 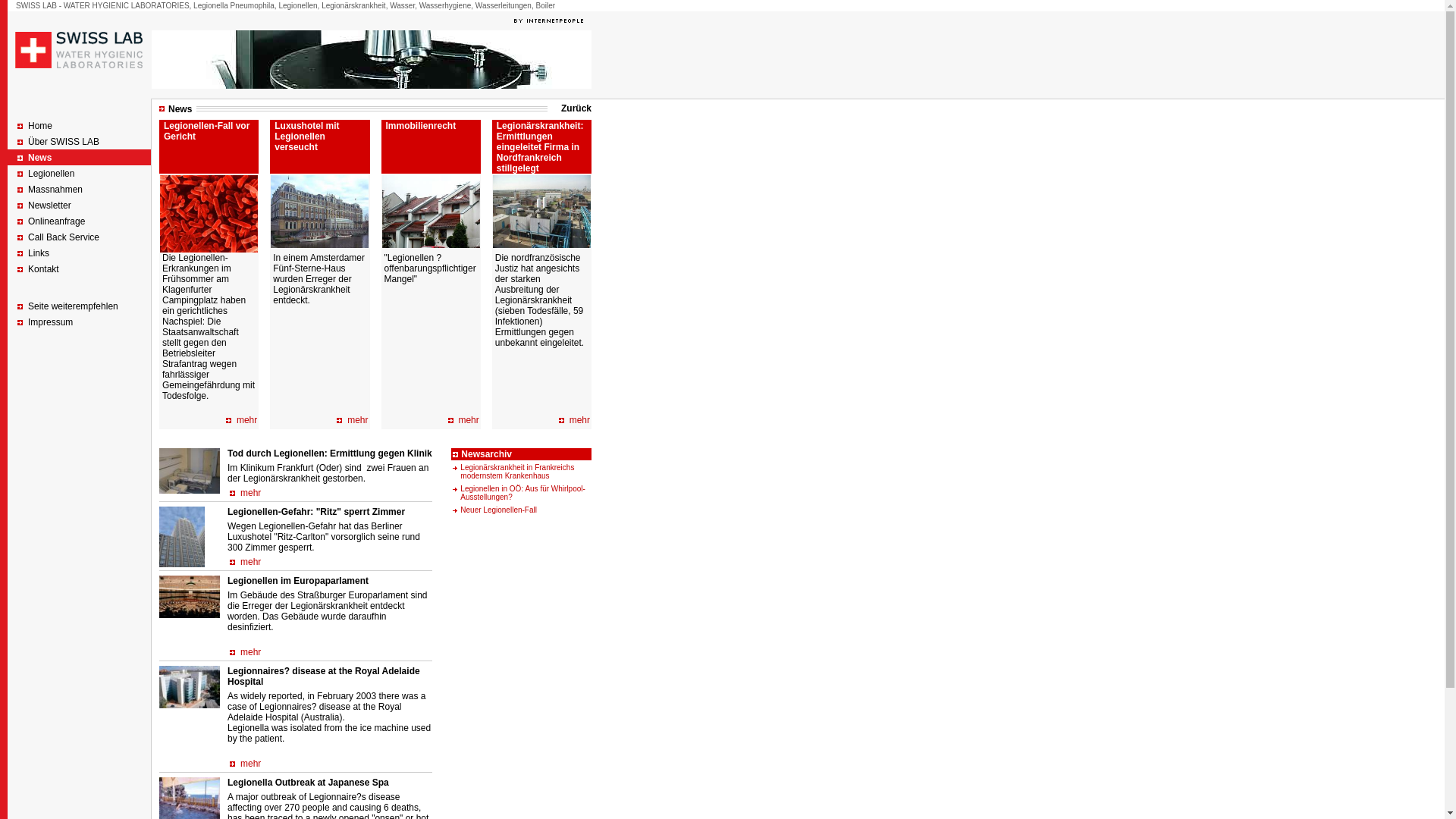 What do you see at coordinates (56, 221) in the screenshot?
I see `'Onlineanfrage'` at bounding box center [56, 221].